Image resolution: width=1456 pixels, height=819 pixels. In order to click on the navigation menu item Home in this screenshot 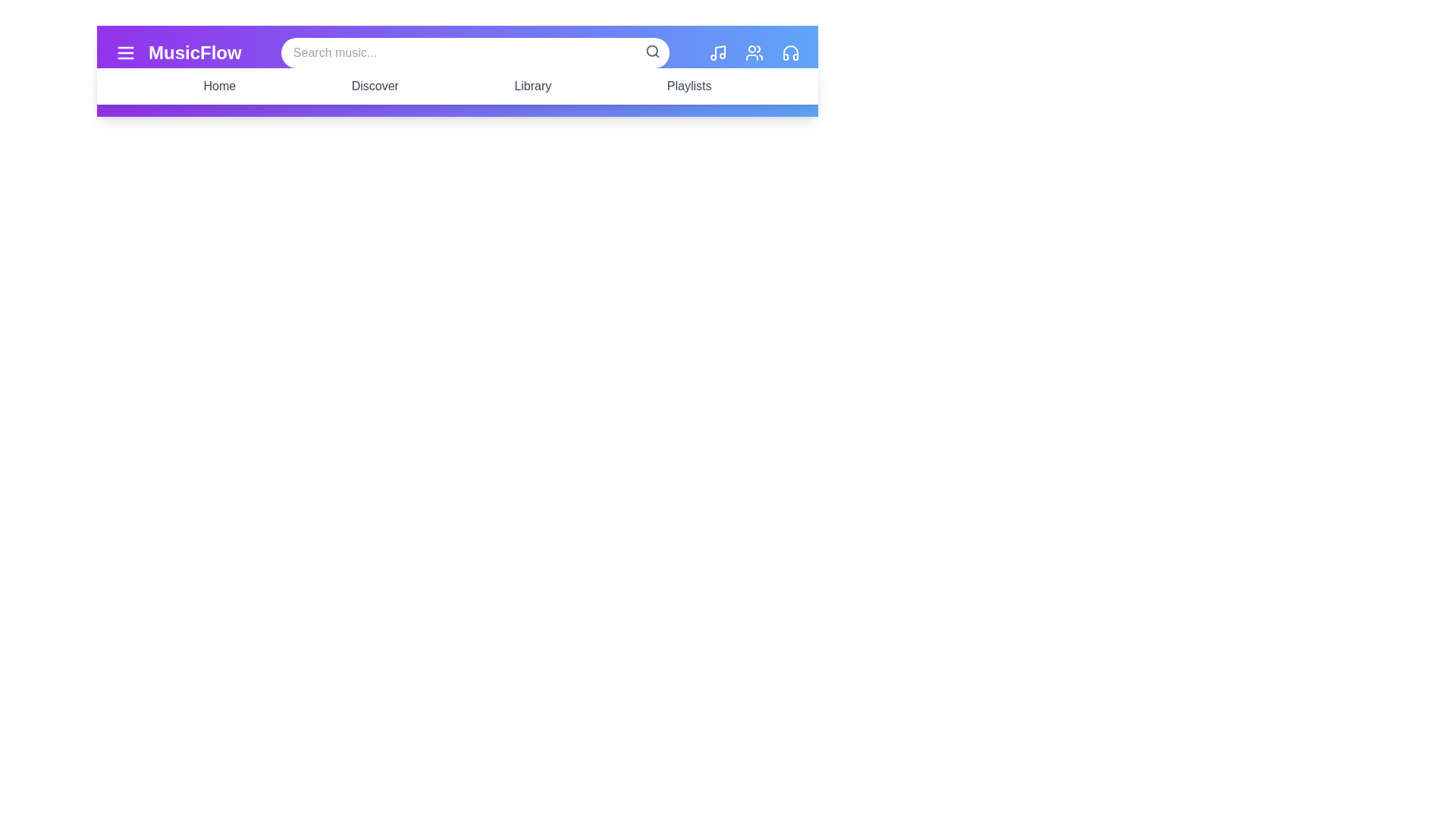, I will do `click(218, 86)`.